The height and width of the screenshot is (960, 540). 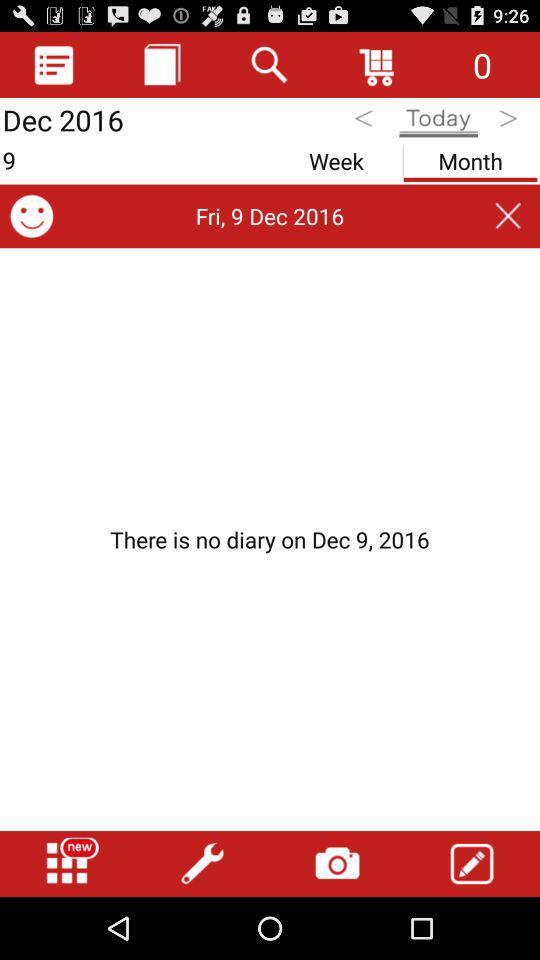 What do you see at coordinates (470, 156) in the screenshot?
I see `month` at bounding box center [470, 156].